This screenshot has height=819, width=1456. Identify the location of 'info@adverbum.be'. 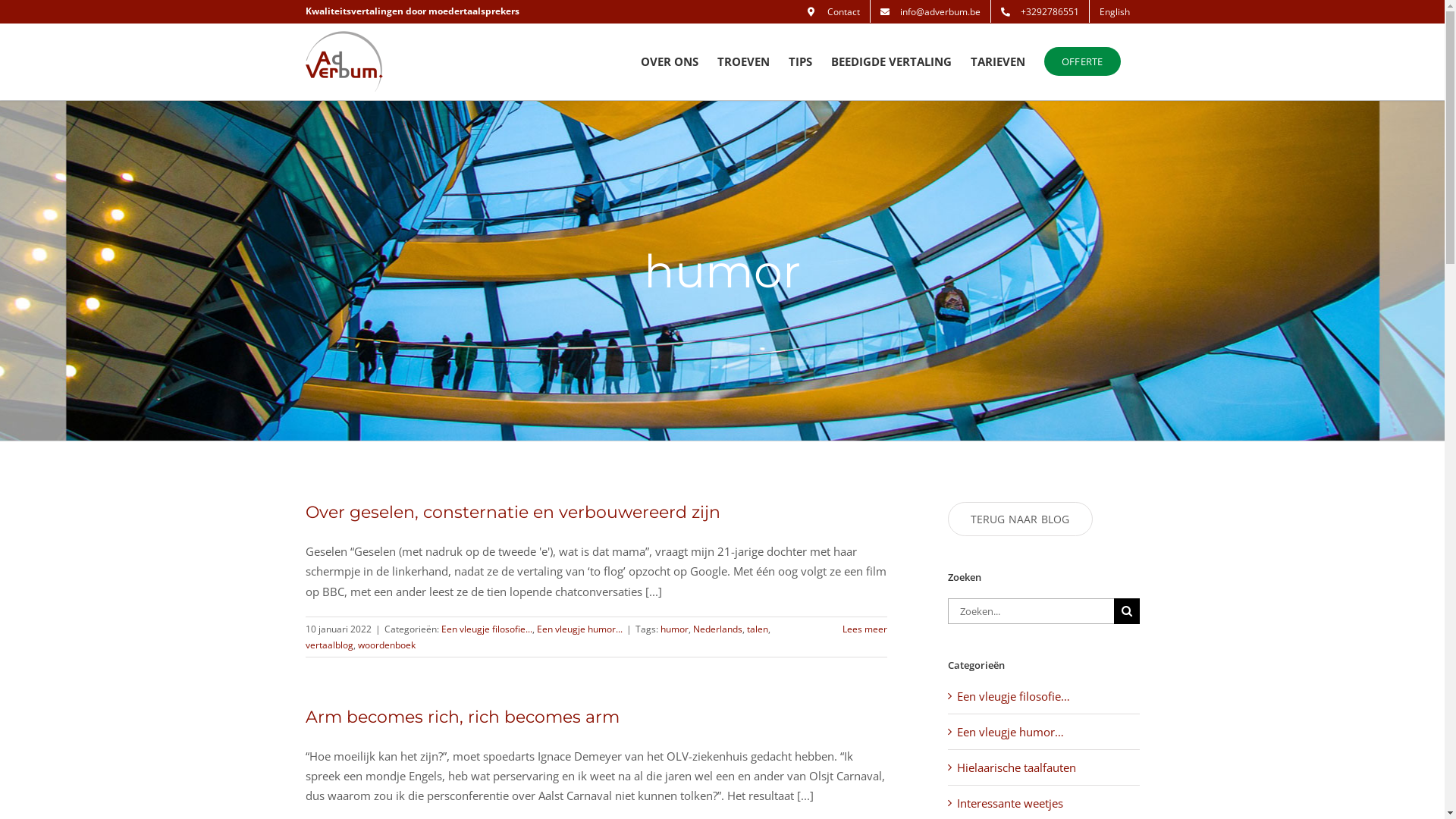
(930, 11).